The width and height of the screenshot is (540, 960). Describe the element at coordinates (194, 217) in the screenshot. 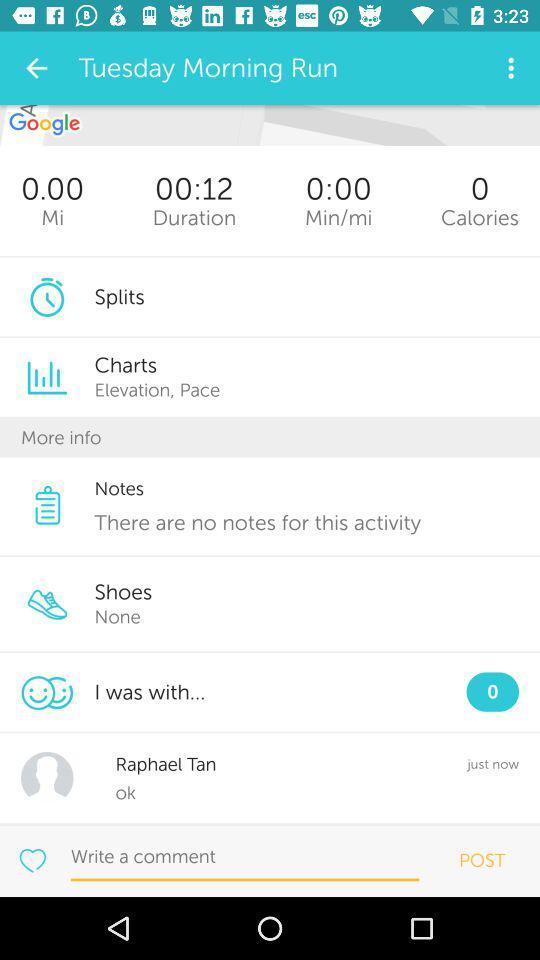

I see `the item to the right of the 0.00 item` at that location.